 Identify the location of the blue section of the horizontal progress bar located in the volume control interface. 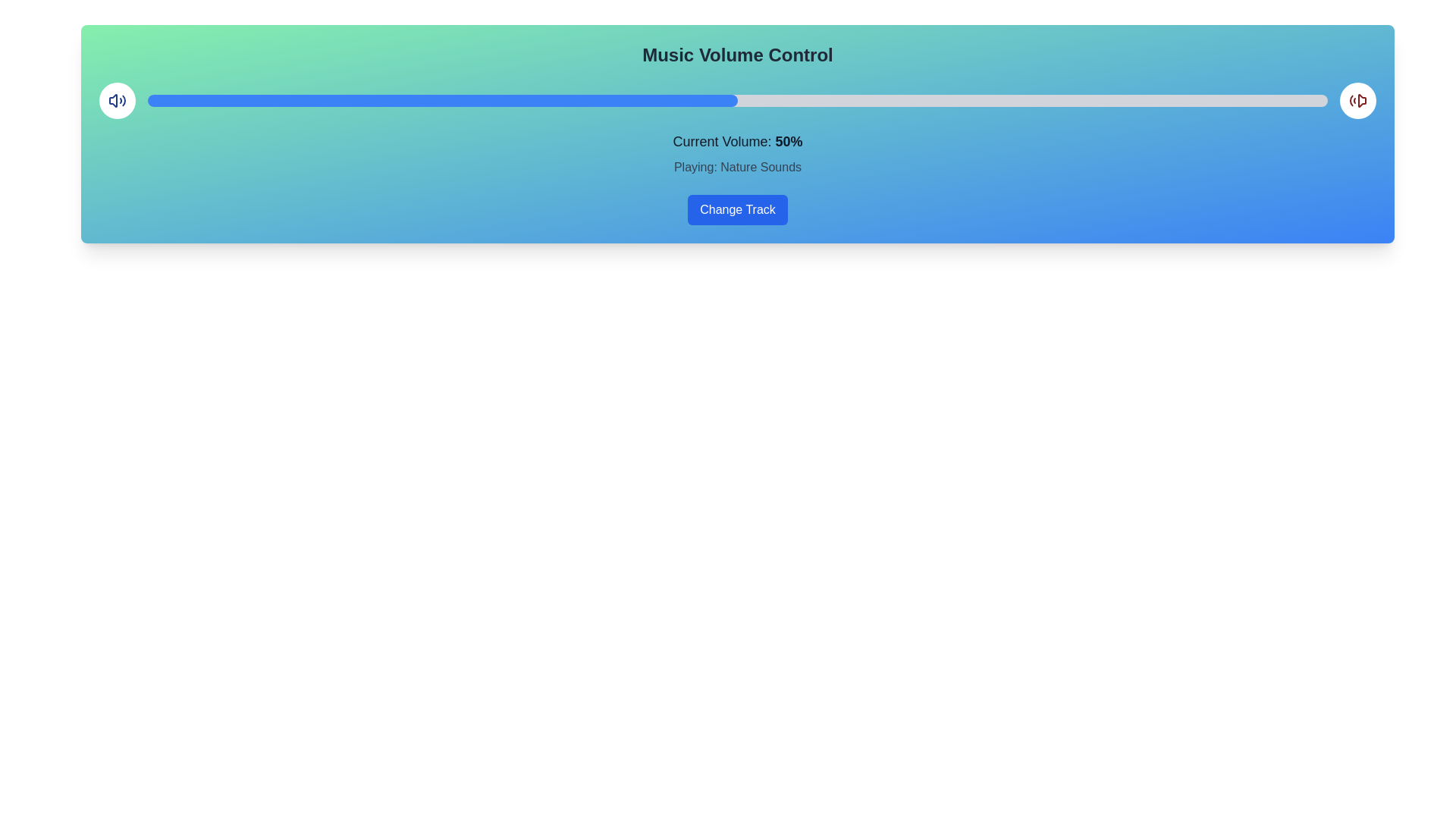
(738, 100).